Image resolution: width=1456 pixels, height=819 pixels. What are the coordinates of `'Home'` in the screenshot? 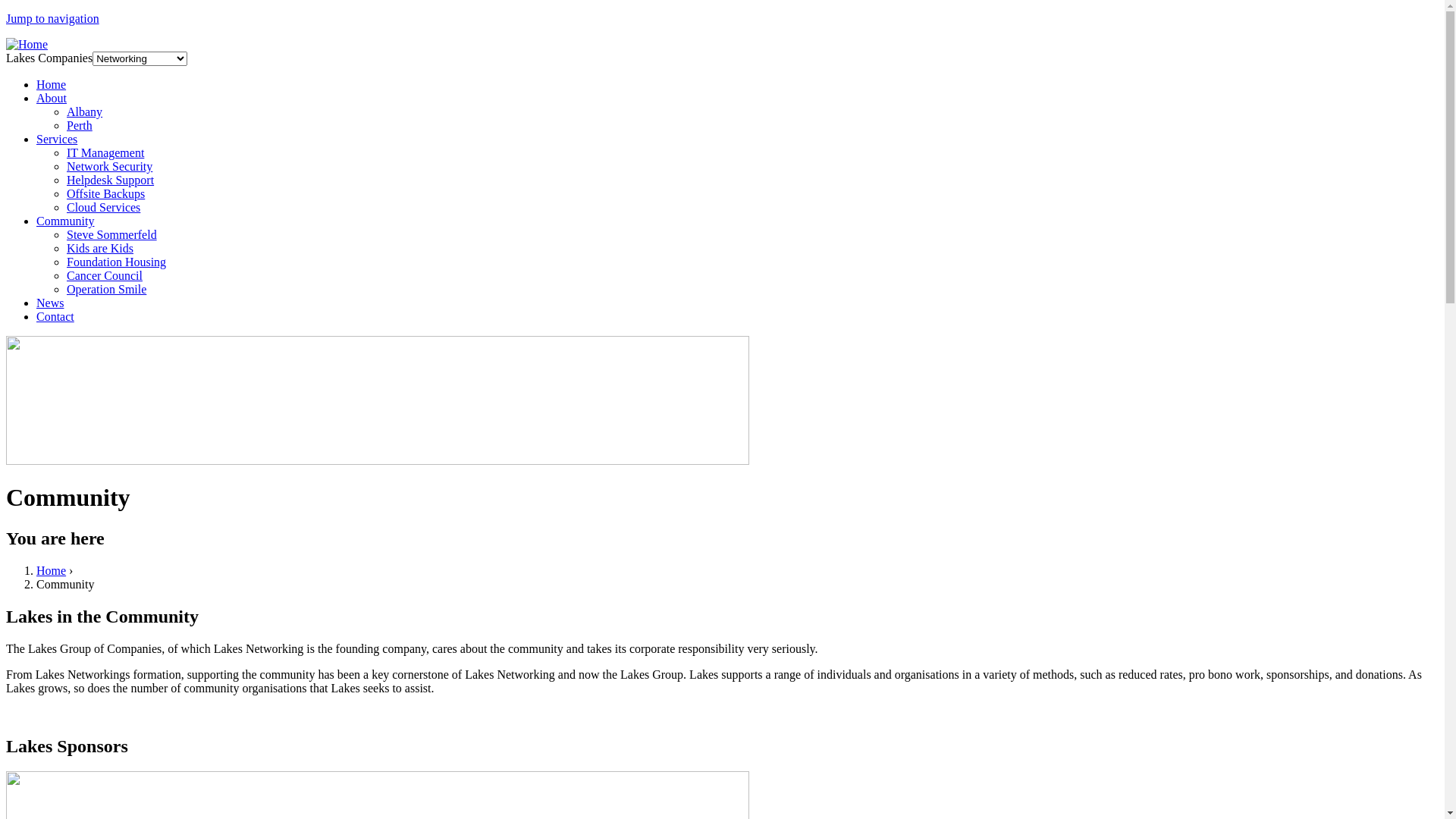 It's located at (51, 570).